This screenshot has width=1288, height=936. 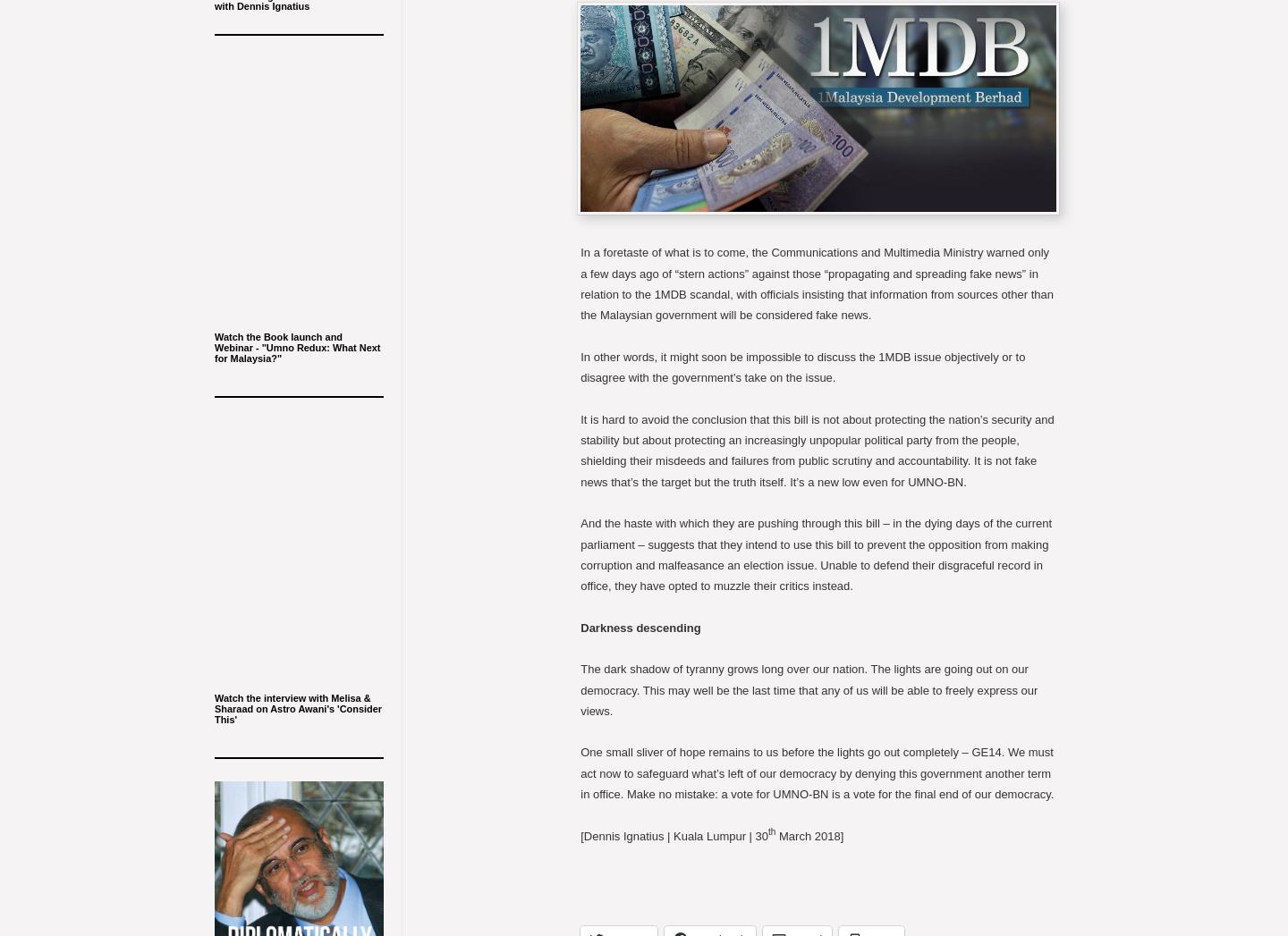 I want to click on 'And the haste with which they are pushing through this bill – in the dying days of the current parliament – suggests that they intend to use this bill to prevent the opposition from making corruption and malfeasance an election issue. Unable to defend their disgraceful record in office, they have opted to muzzle their critics instead.', so click(x=816, y=554).